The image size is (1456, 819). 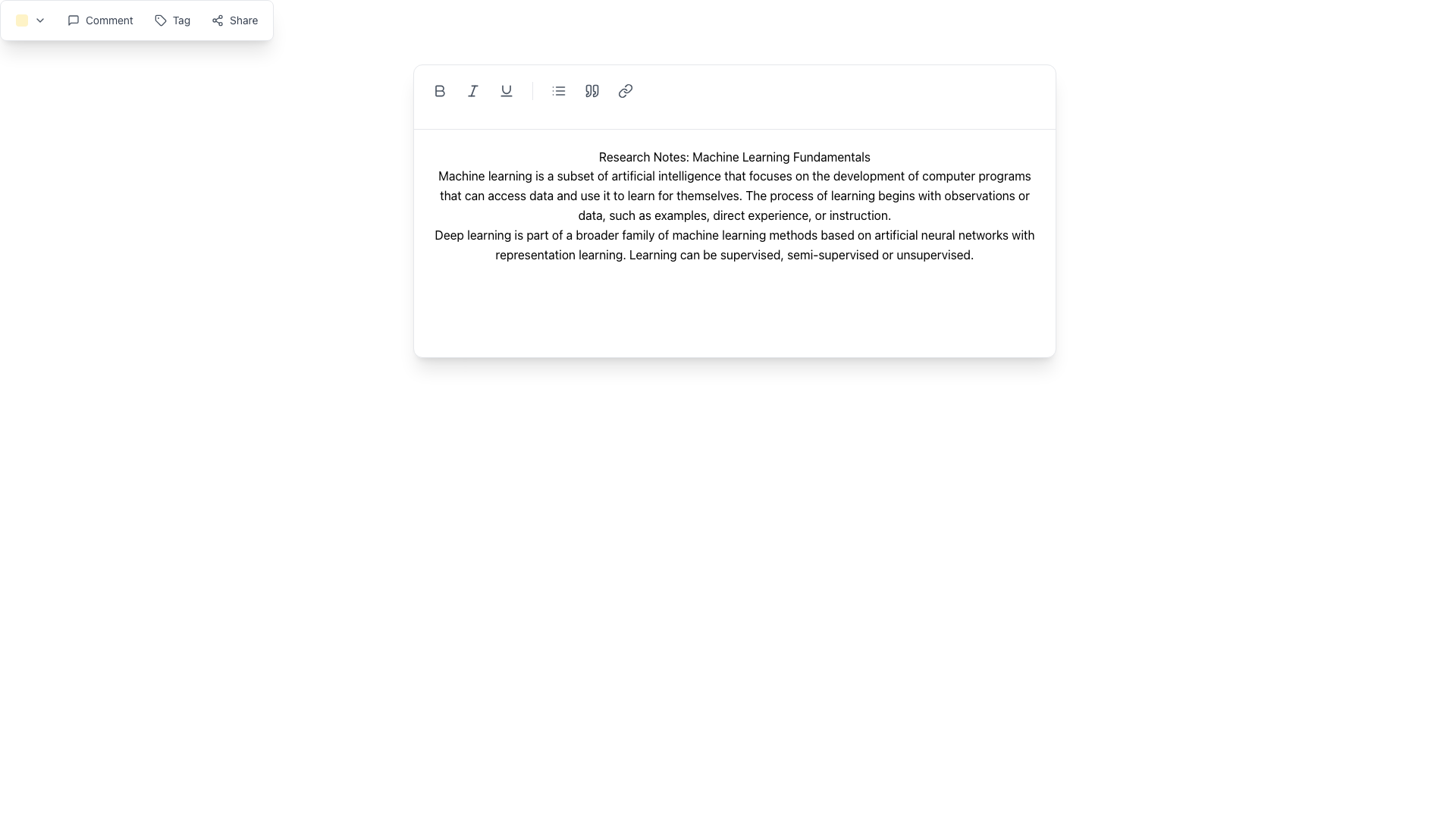 What do you see at coordinates (506, 90) in the screenshot?
I see `the underlining button located in the text editor toolbar, positioned between the italic button and the ordered list button` at bounding box center [506, 90].